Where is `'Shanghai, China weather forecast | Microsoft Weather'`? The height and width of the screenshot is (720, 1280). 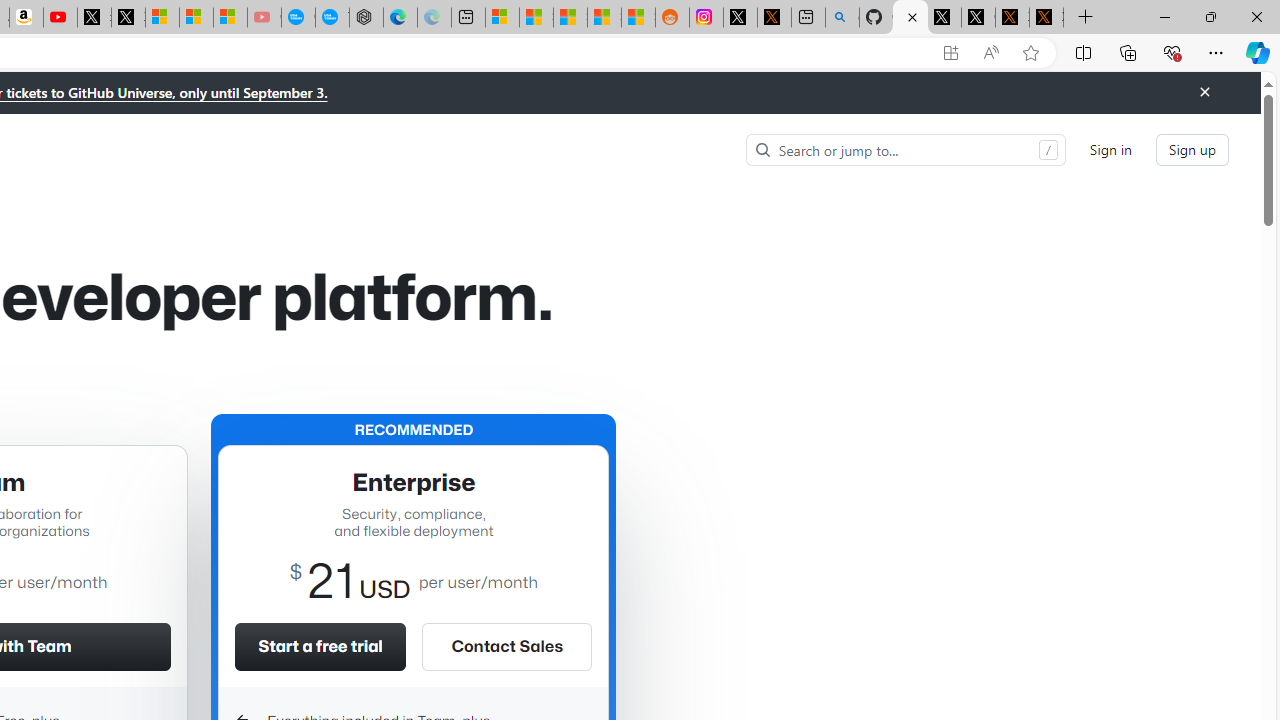 'Shanghai, China weather forecast | Microsoft Weather' is located at coordinates (536, 17).